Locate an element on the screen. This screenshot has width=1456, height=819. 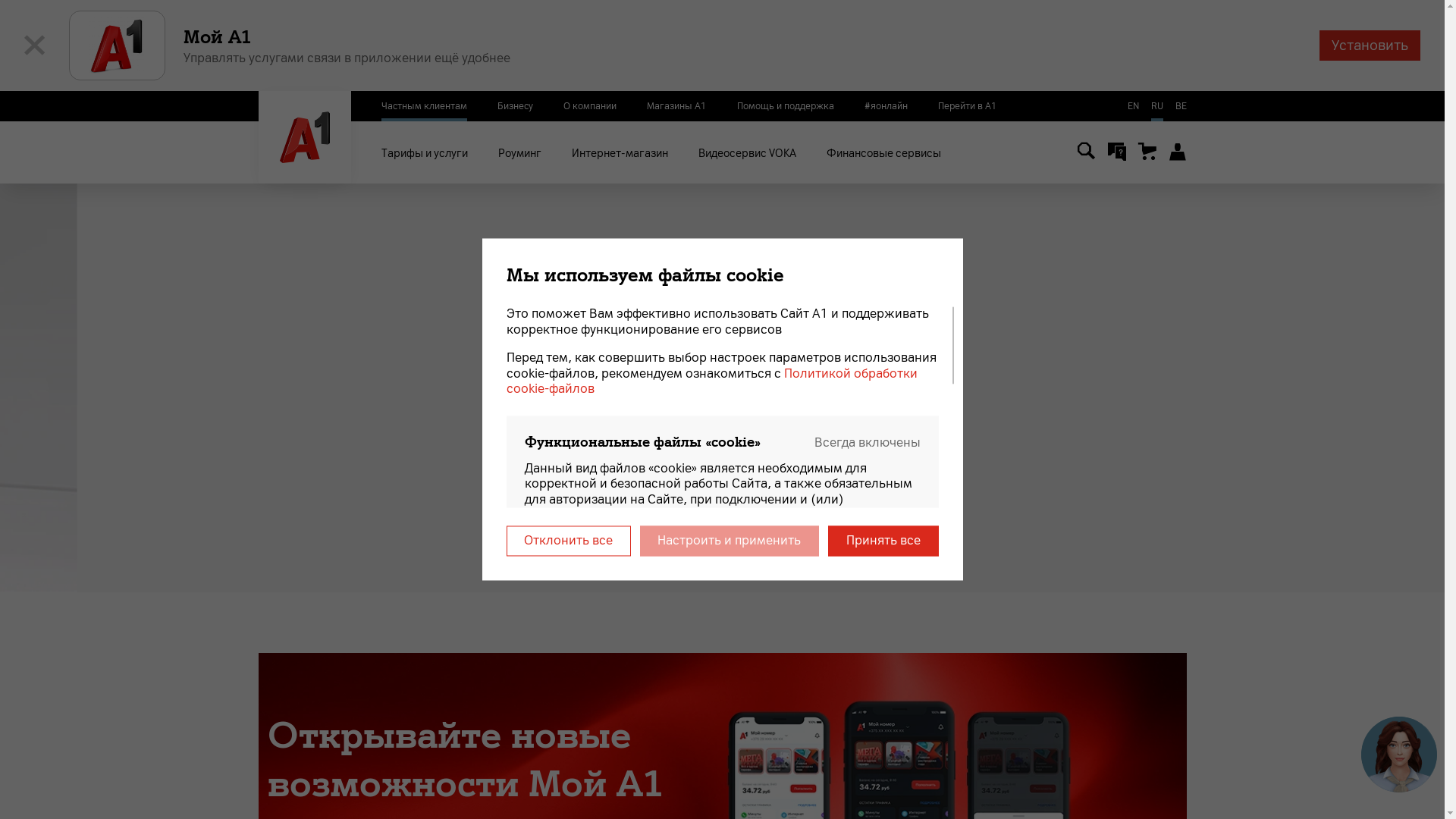
'RU' is located at coordinates (1156, 105).